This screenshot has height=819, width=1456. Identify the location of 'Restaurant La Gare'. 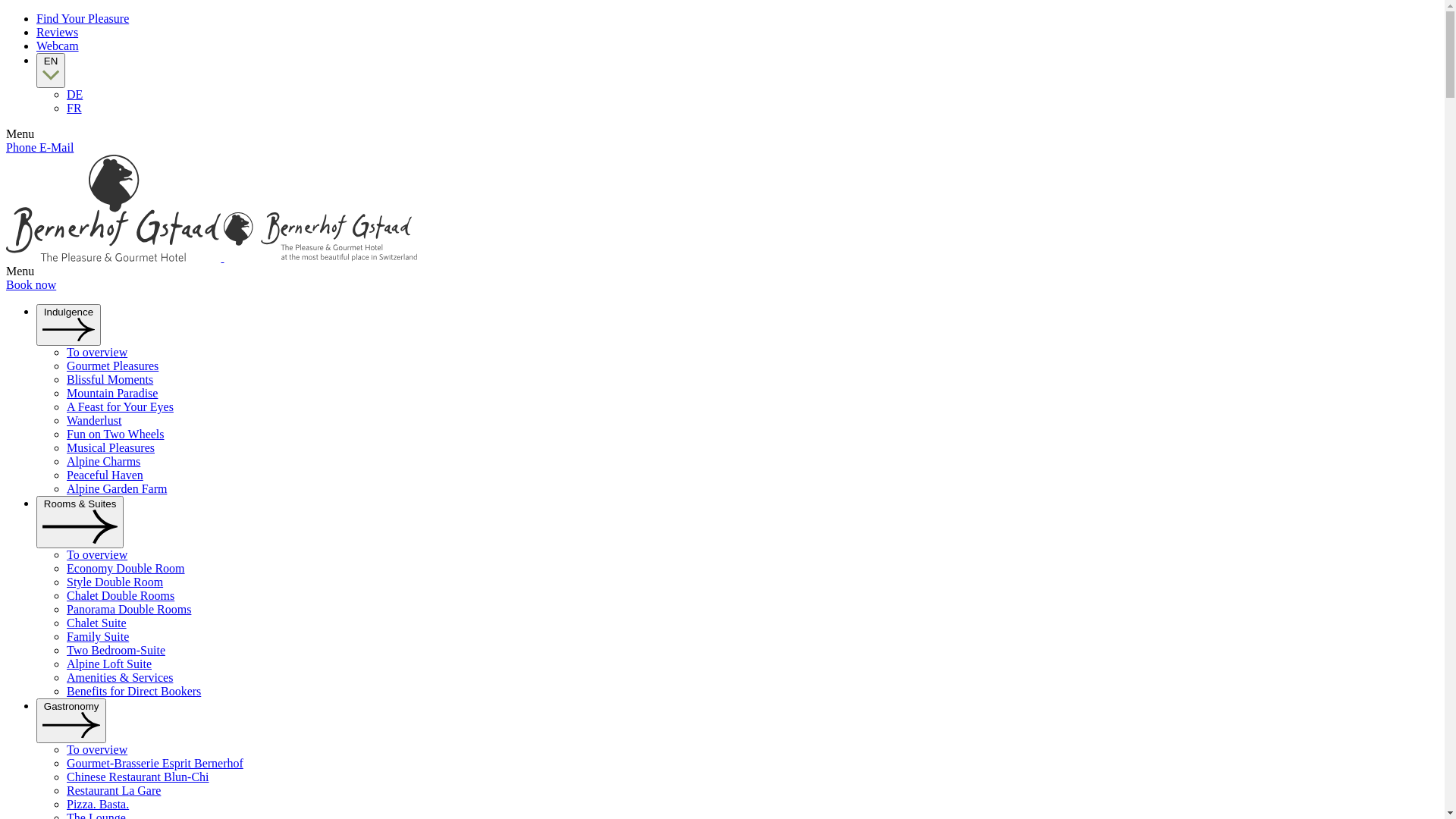
(65, 789).